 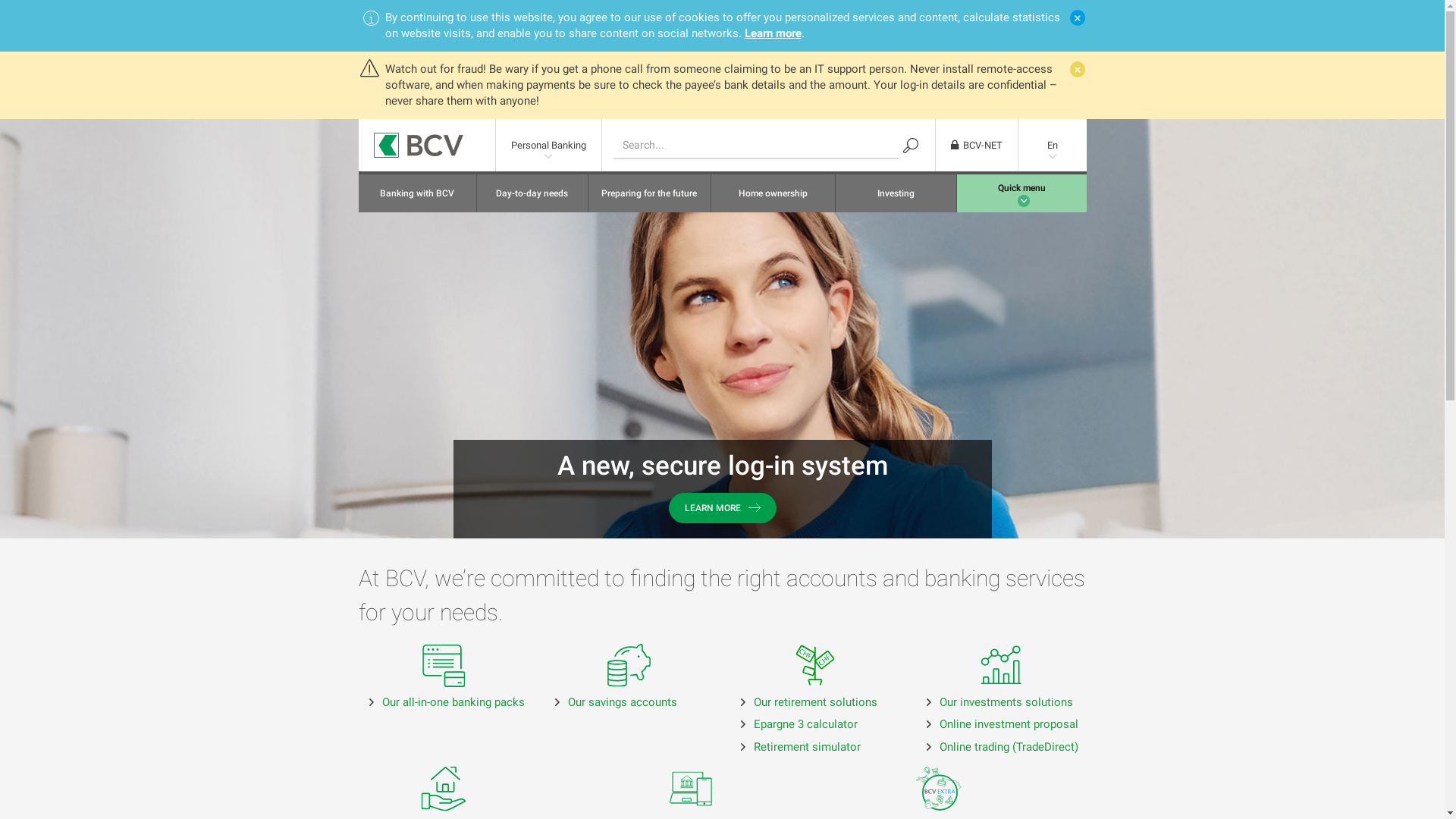 I want to click on 'LEARN MORE', so click(x=722, y=508).